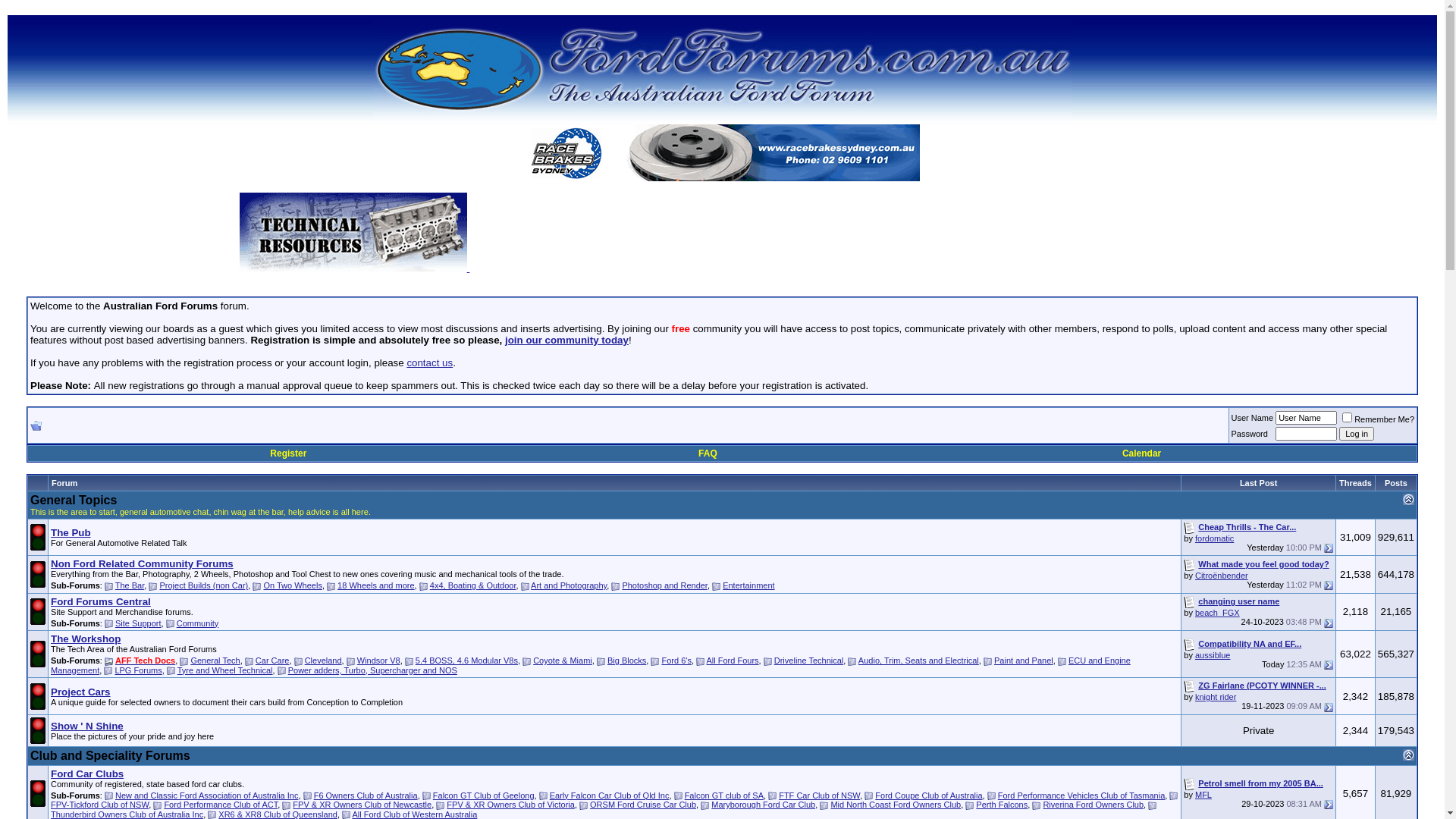 This screenshot has width=1456, height=819. Describe the element at coordinates (220, 803) in the screenshot. I see `'Ford Performance Club of ACT'` at that location.